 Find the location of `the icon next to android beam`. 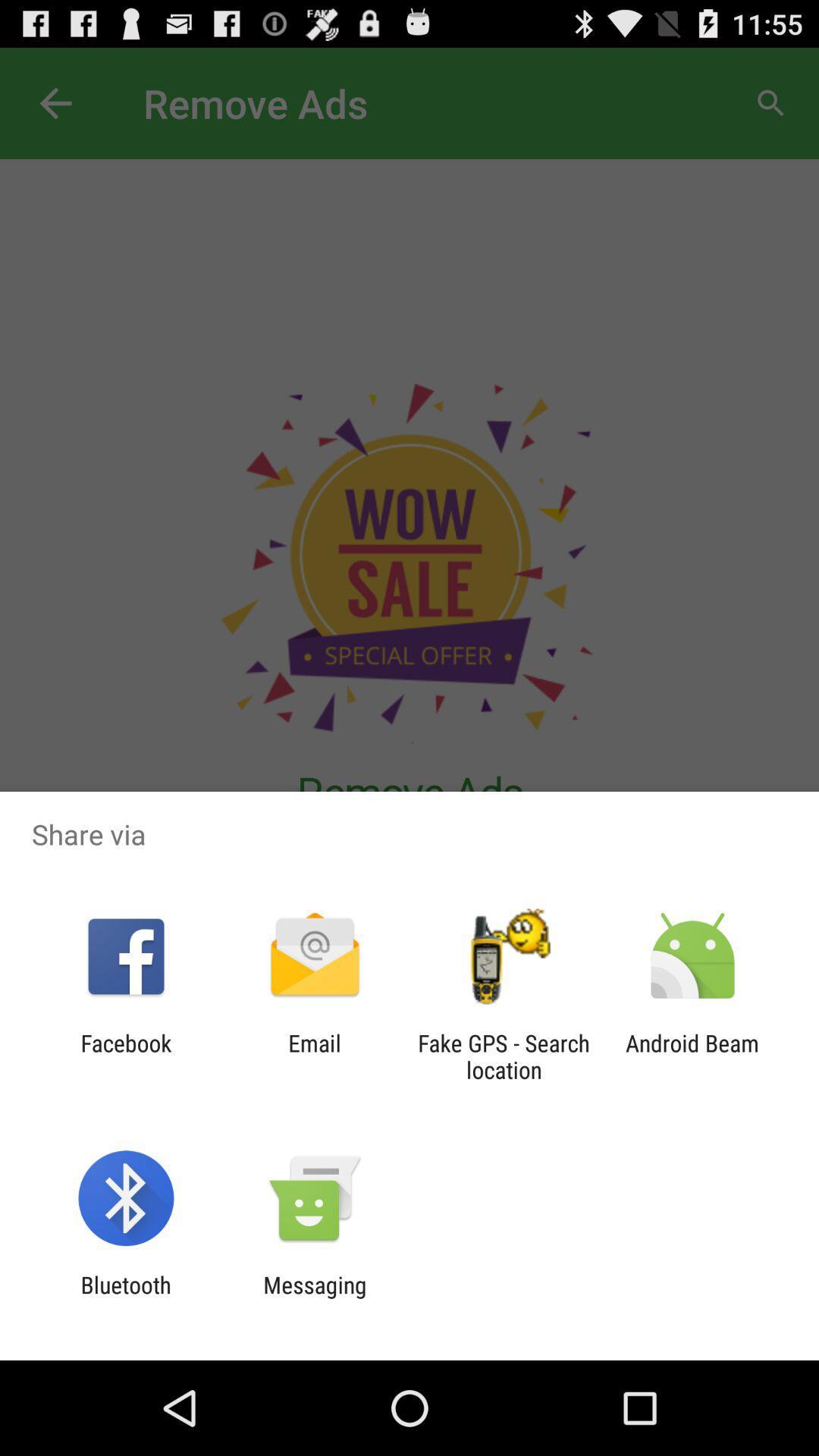

the icon next to android beam is located at coordinates (504, 1056).